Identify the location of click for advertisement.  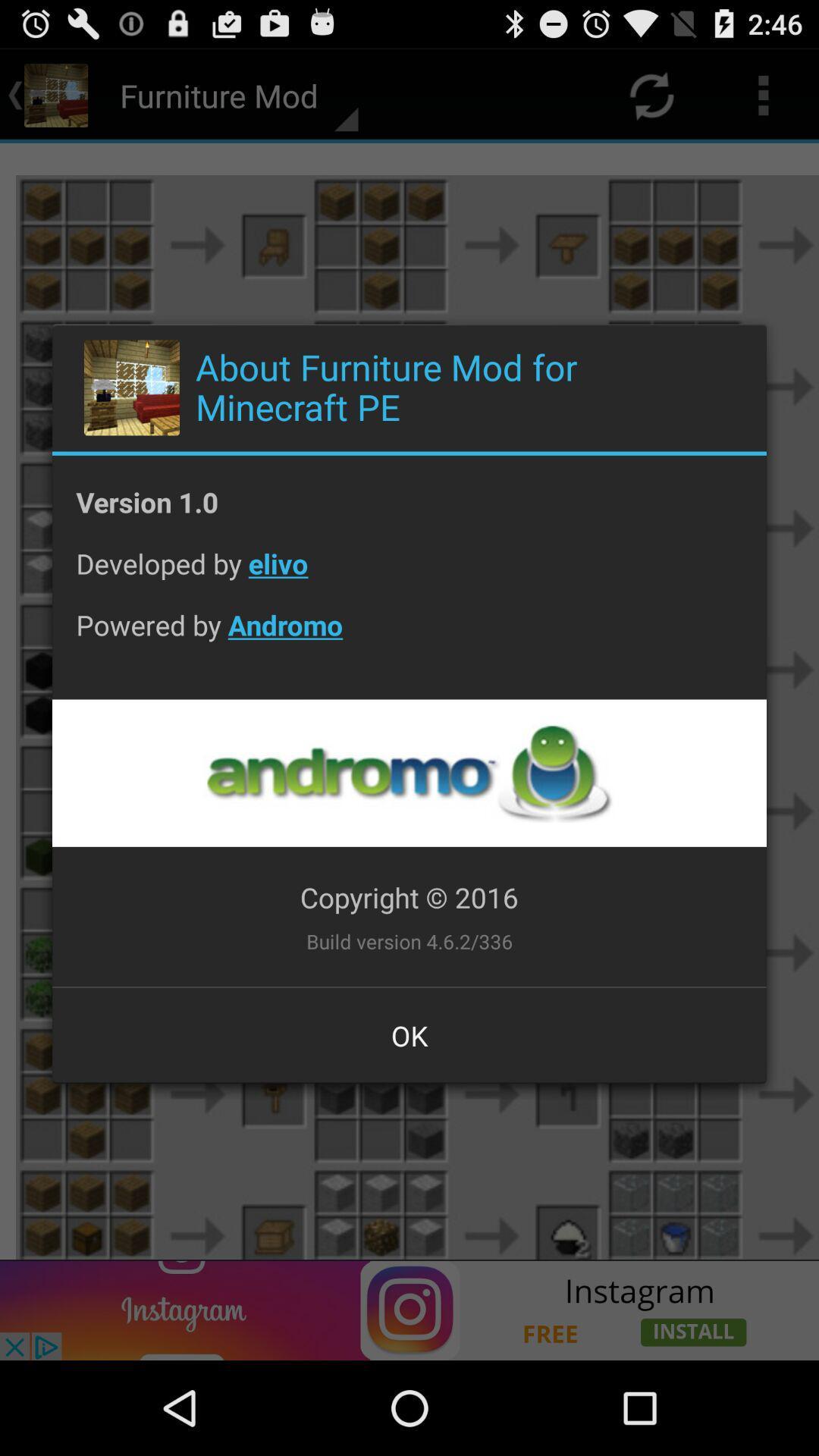
(408, 773).